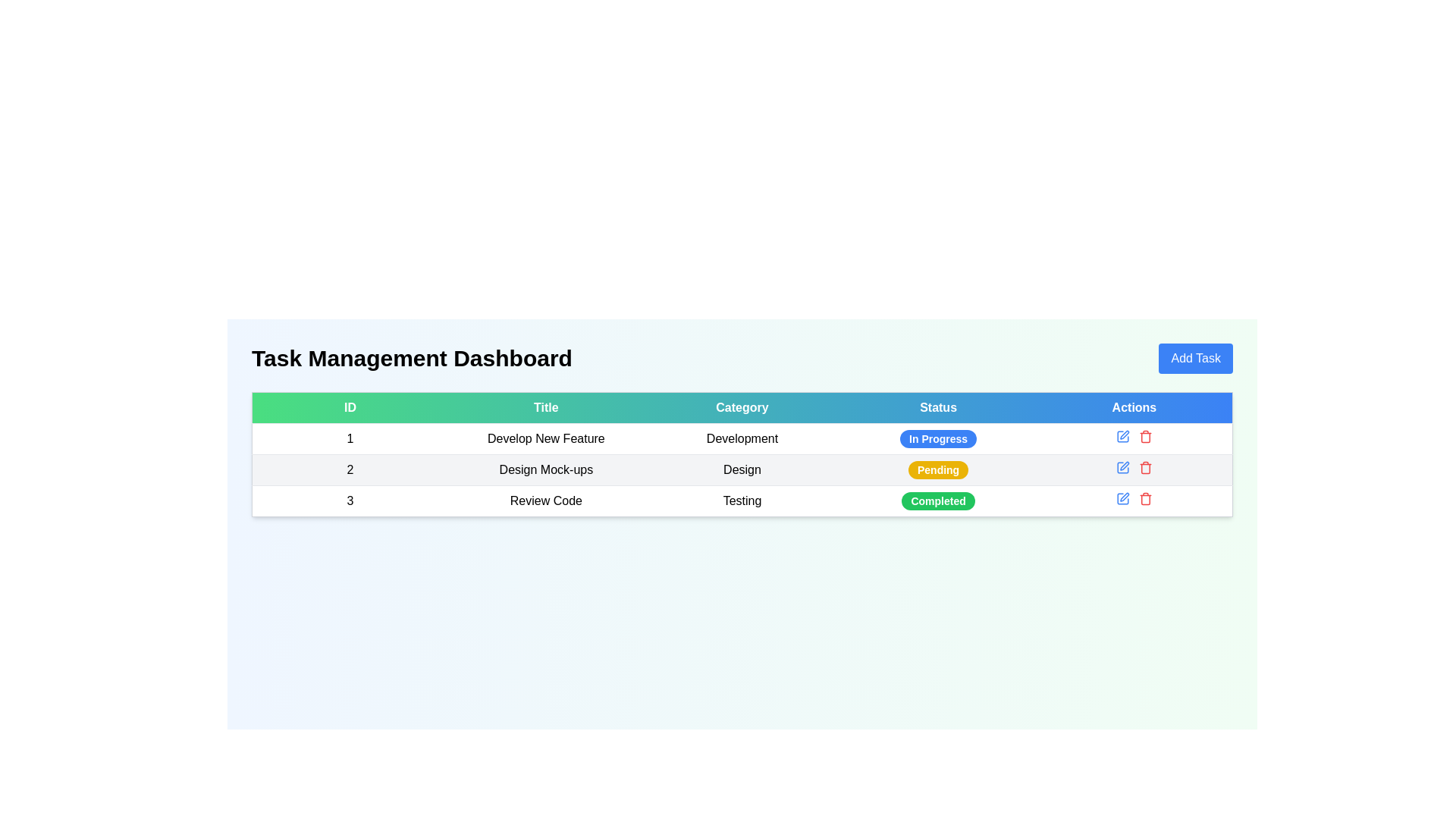 Image resolution: width=1456 pixels, height=819 pixels. Describe the element at coordinates (546, 406) in the screenshot. I see `the 'Title' column header in the table, which is the second column header located between the 'ID' and 'Category' headers` at that location.